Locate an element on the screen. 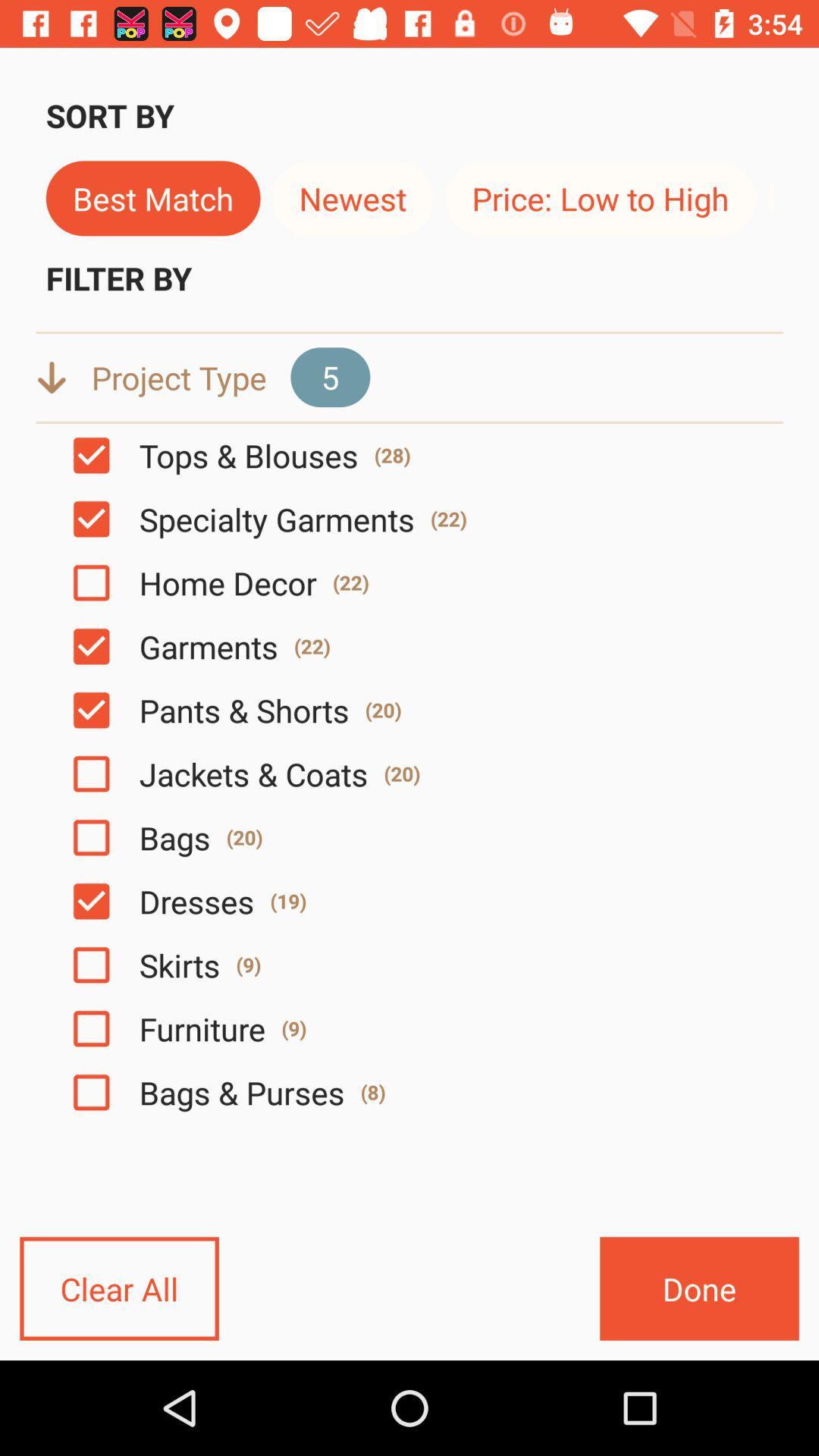 Image resolution: width=819 pixels, height=1456 pixels. the checkbox of the home decor is located at coordinates (91, 582).